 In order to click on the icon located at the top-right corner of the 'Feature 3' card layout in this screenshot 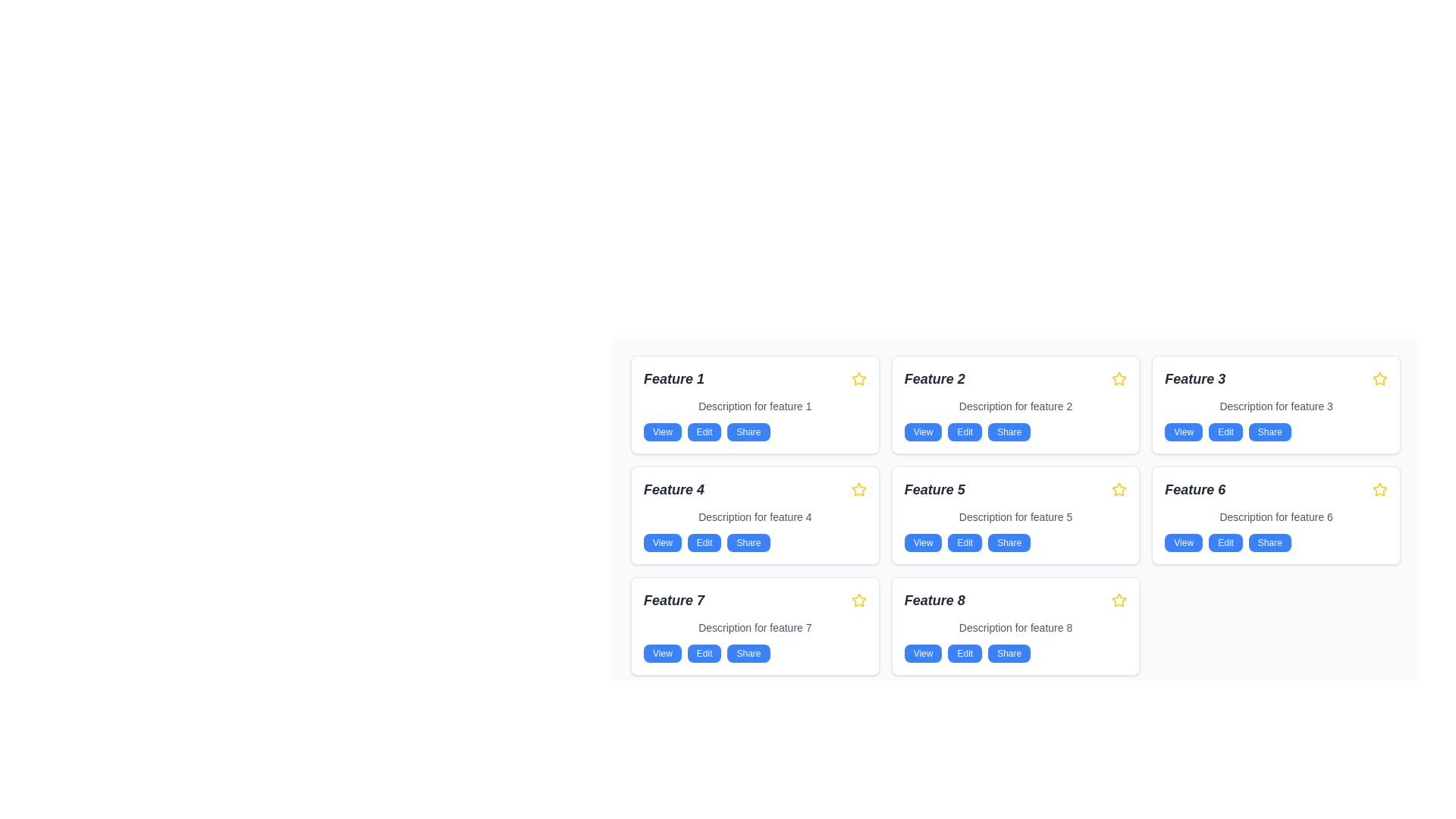, I will do `click(1379, 378)`.